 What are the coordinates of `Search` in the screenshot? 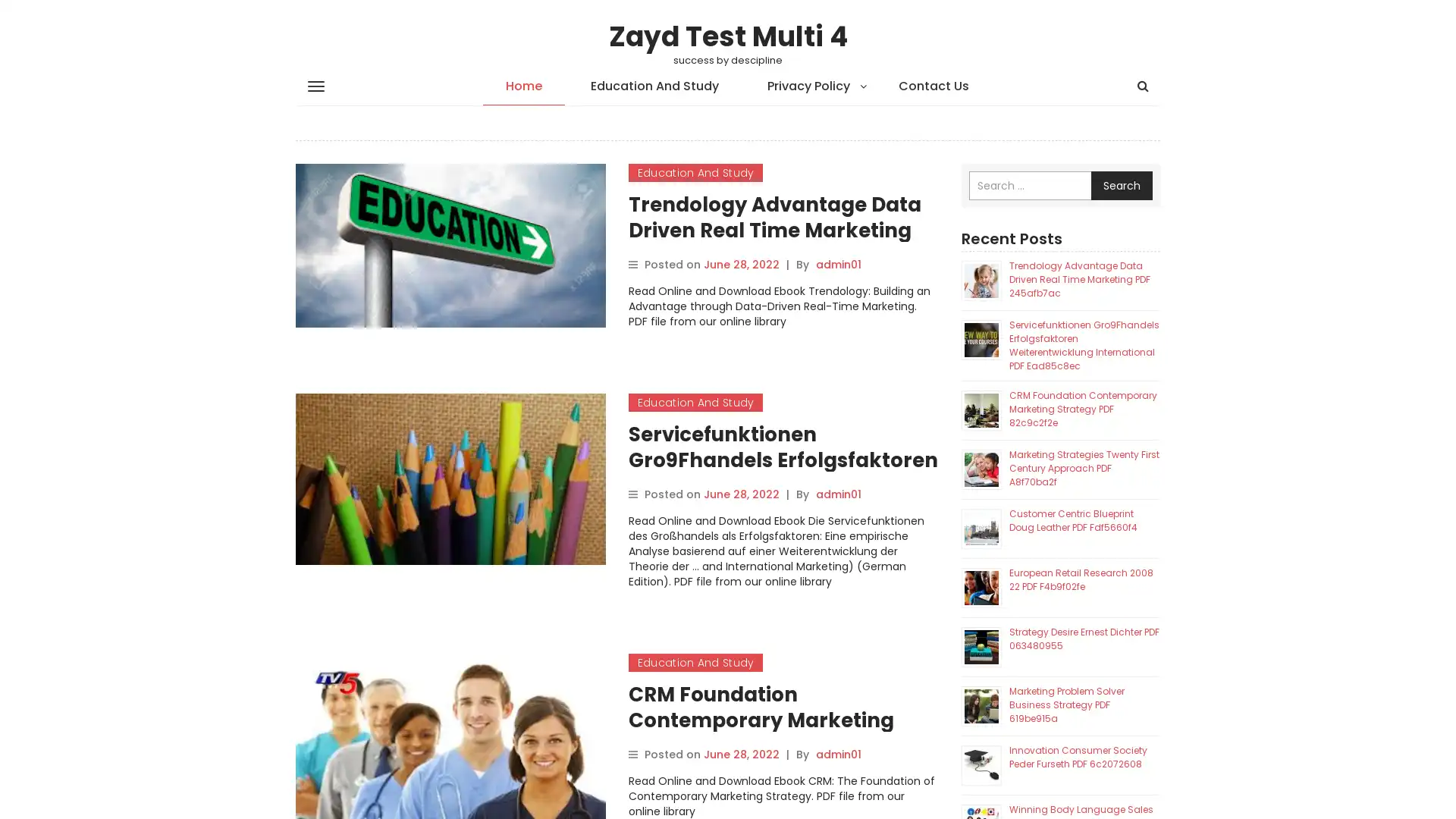 It's located at (1122, 185).